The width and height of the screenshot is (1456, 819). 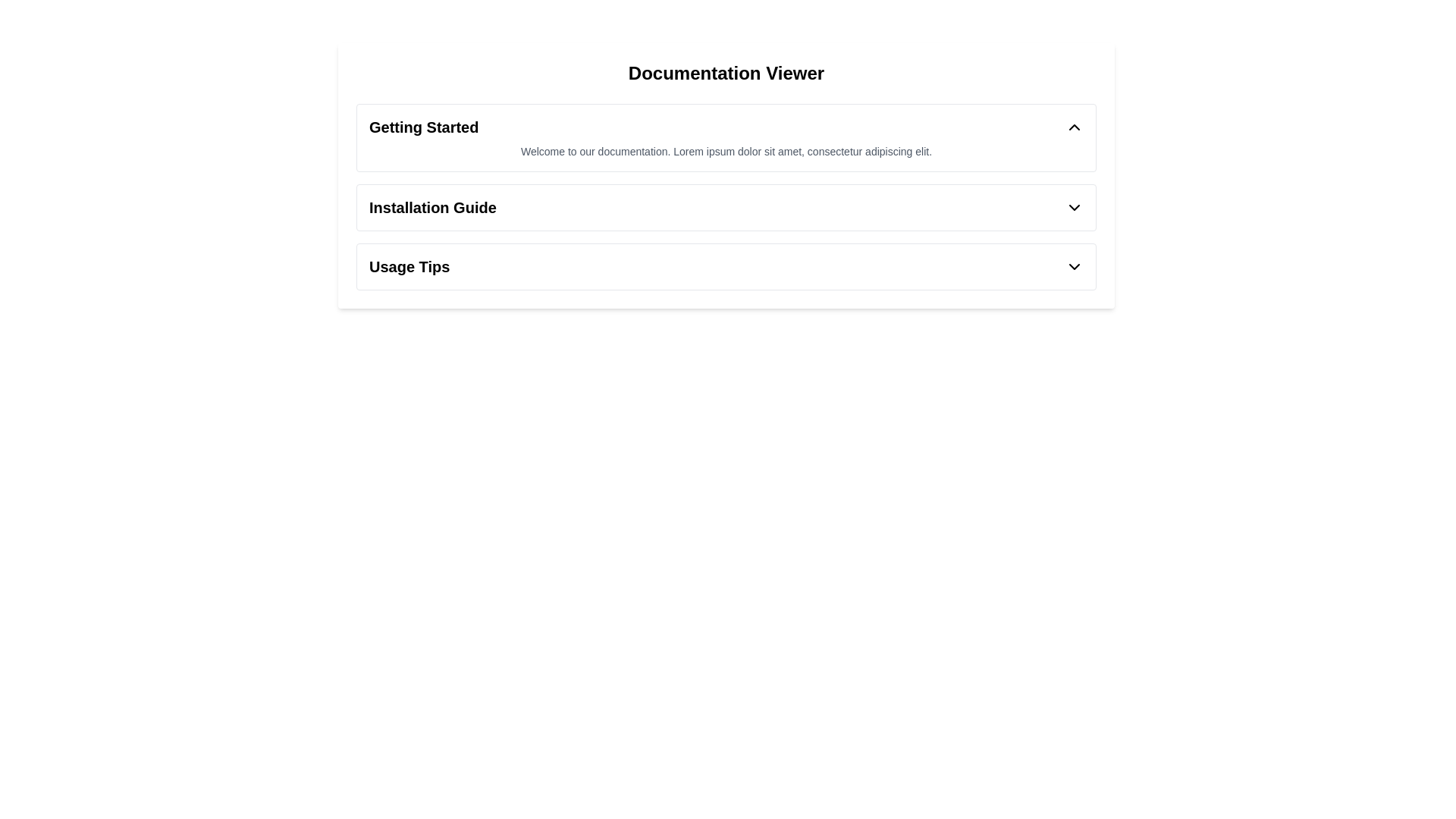 I want to click on the downward-facing chevron toggle, so click(x=1073, y=207).